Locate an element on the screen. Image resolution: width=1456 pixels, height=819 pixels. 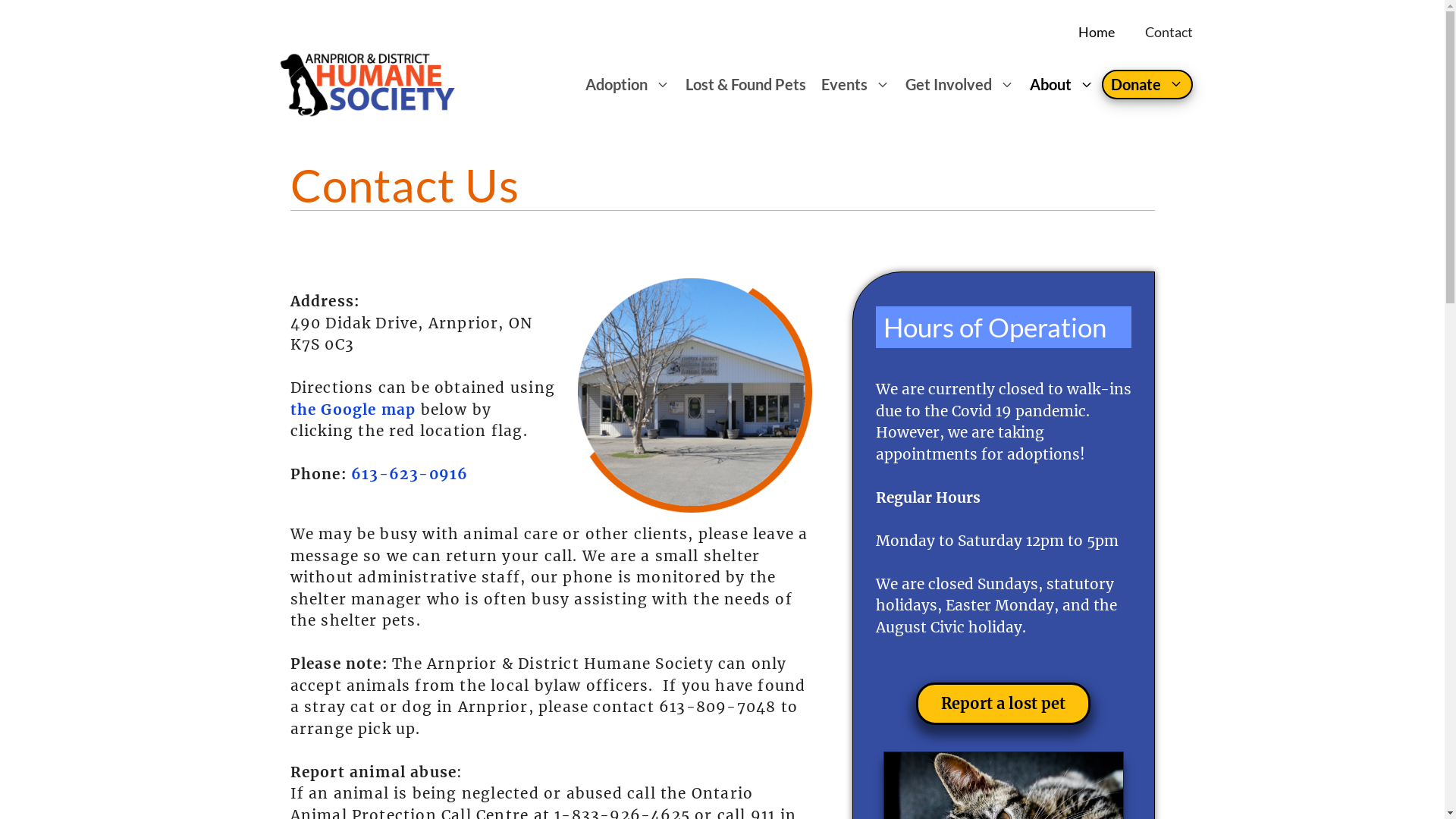
'613-623-0916' is located at coordinates (409, 472).